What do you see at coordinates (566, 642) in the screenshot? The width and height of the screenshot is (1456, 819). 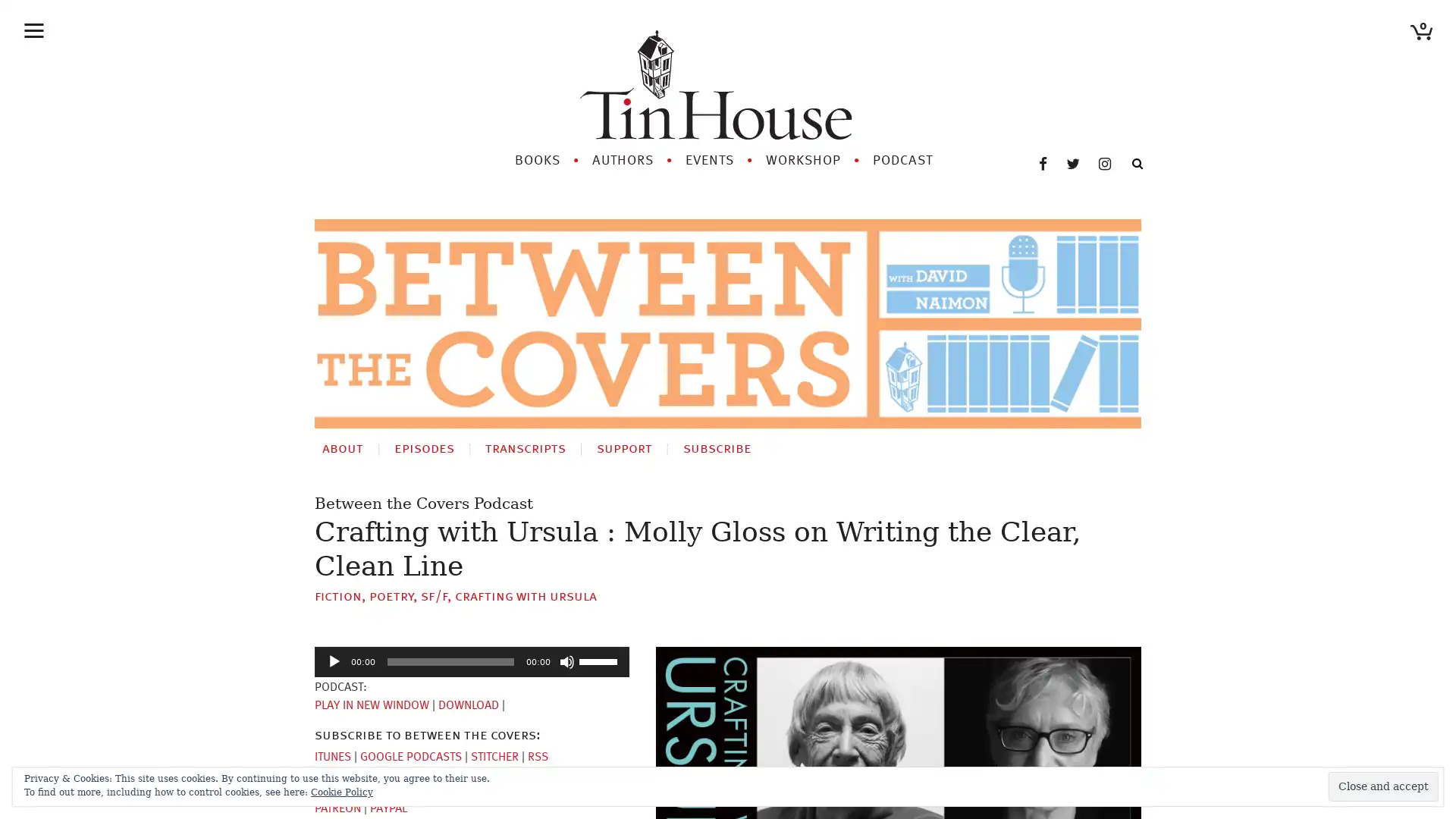 I see `Mute` at bounding box center [566, 642].